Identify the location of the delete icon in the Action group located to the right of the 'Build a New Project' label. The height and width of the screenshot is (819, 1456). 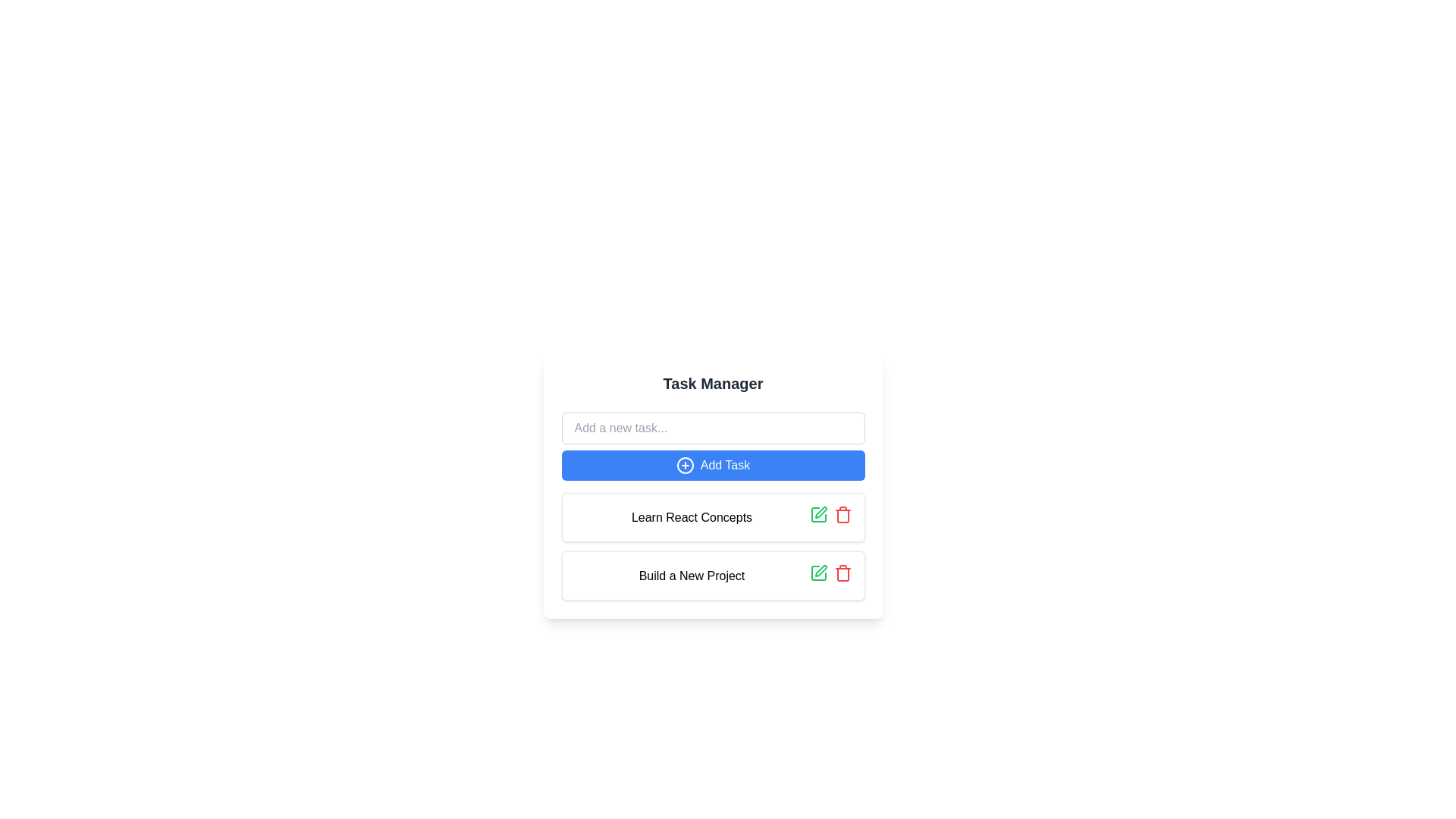
(830, 576).